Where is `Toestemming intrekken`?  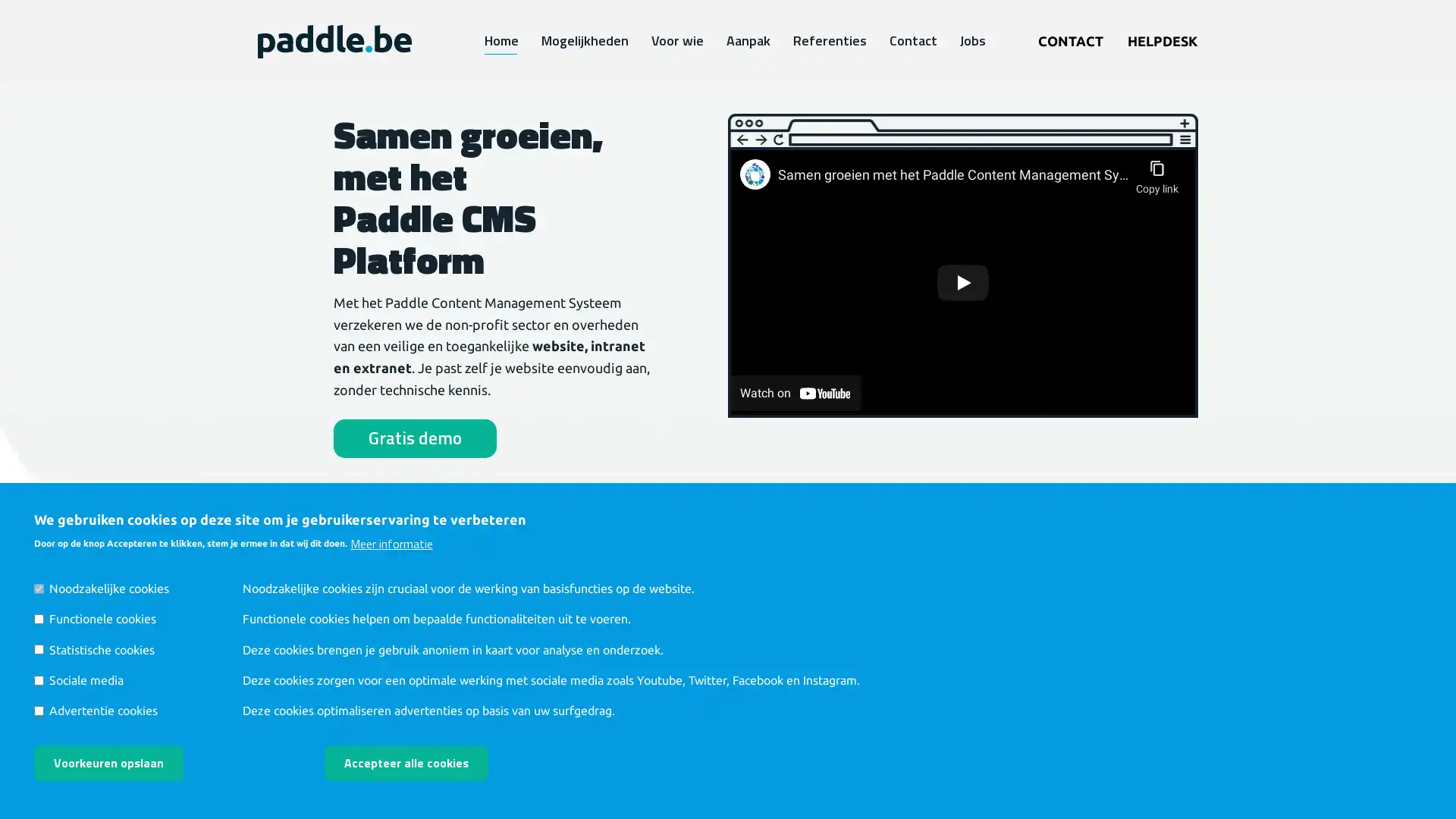 Toestemming intrekken is located at coordinates (549, 752).